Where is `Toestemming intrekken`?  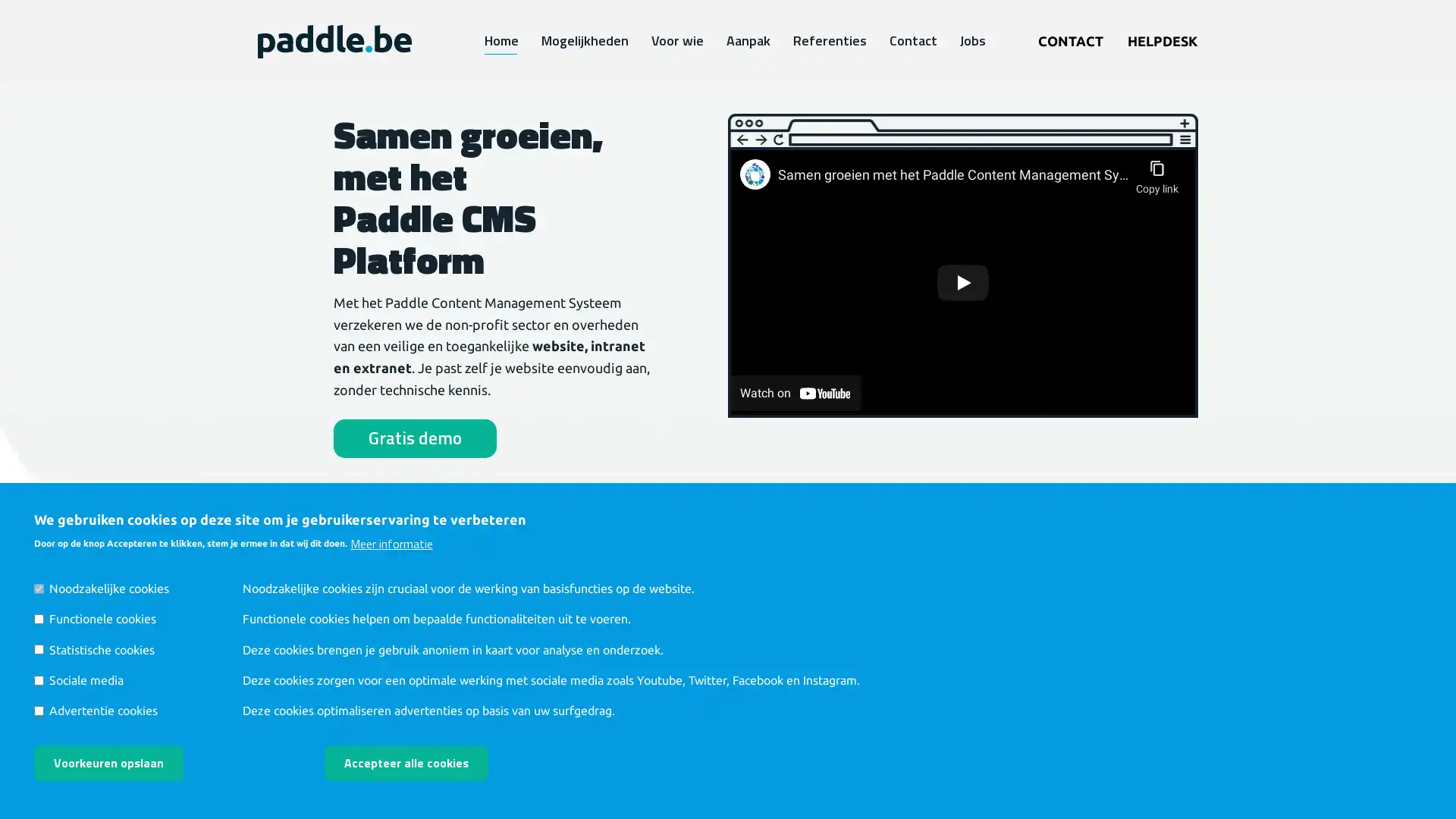 Toestemming intrekken is located at coordinates (549, 752).